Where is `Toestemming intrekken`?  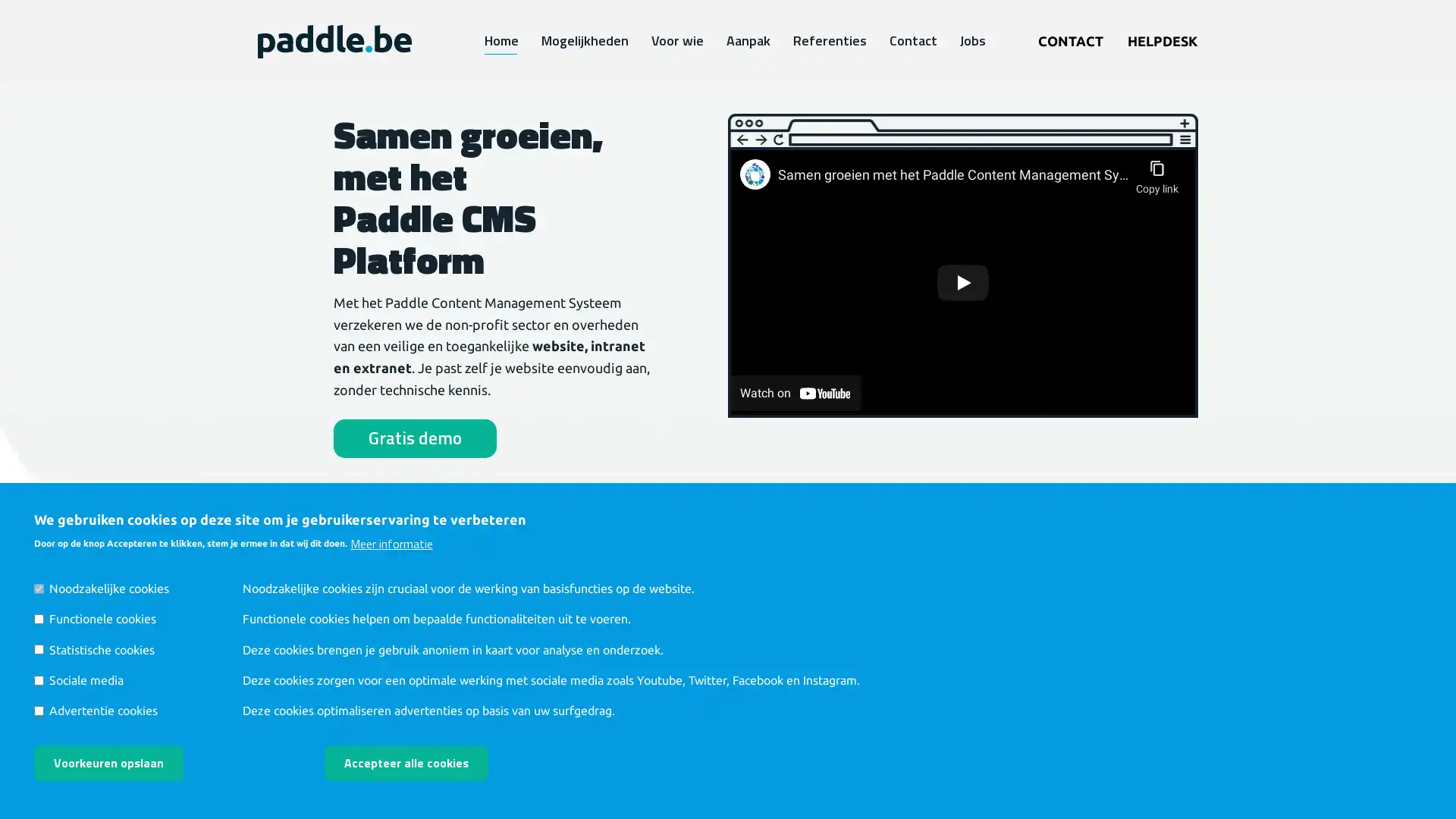 Toestemming intrekken is located at coordinates (549, 752).